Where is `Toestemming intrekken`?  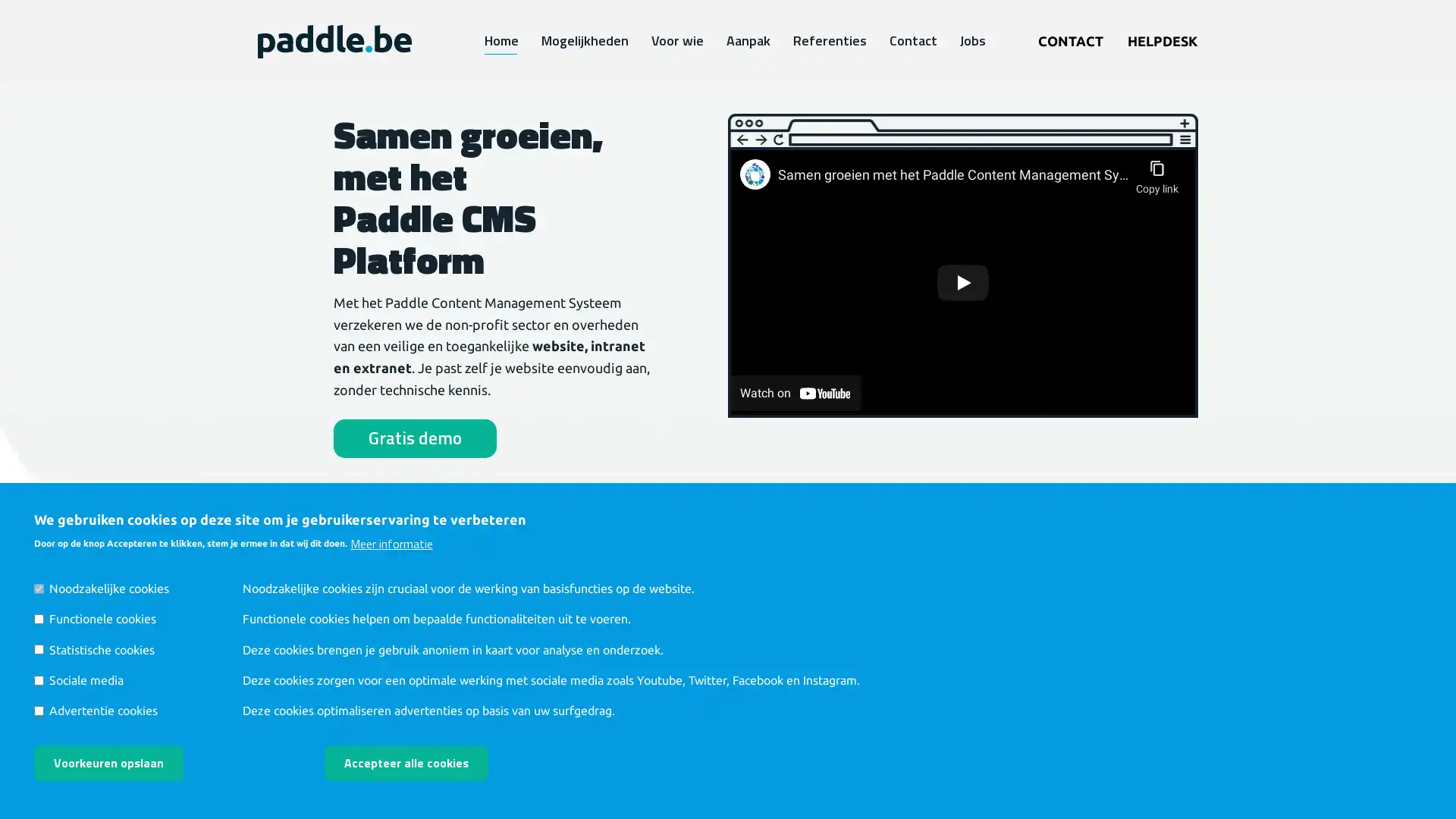 Toestemming intrekken is located at coordinates (549, 752).